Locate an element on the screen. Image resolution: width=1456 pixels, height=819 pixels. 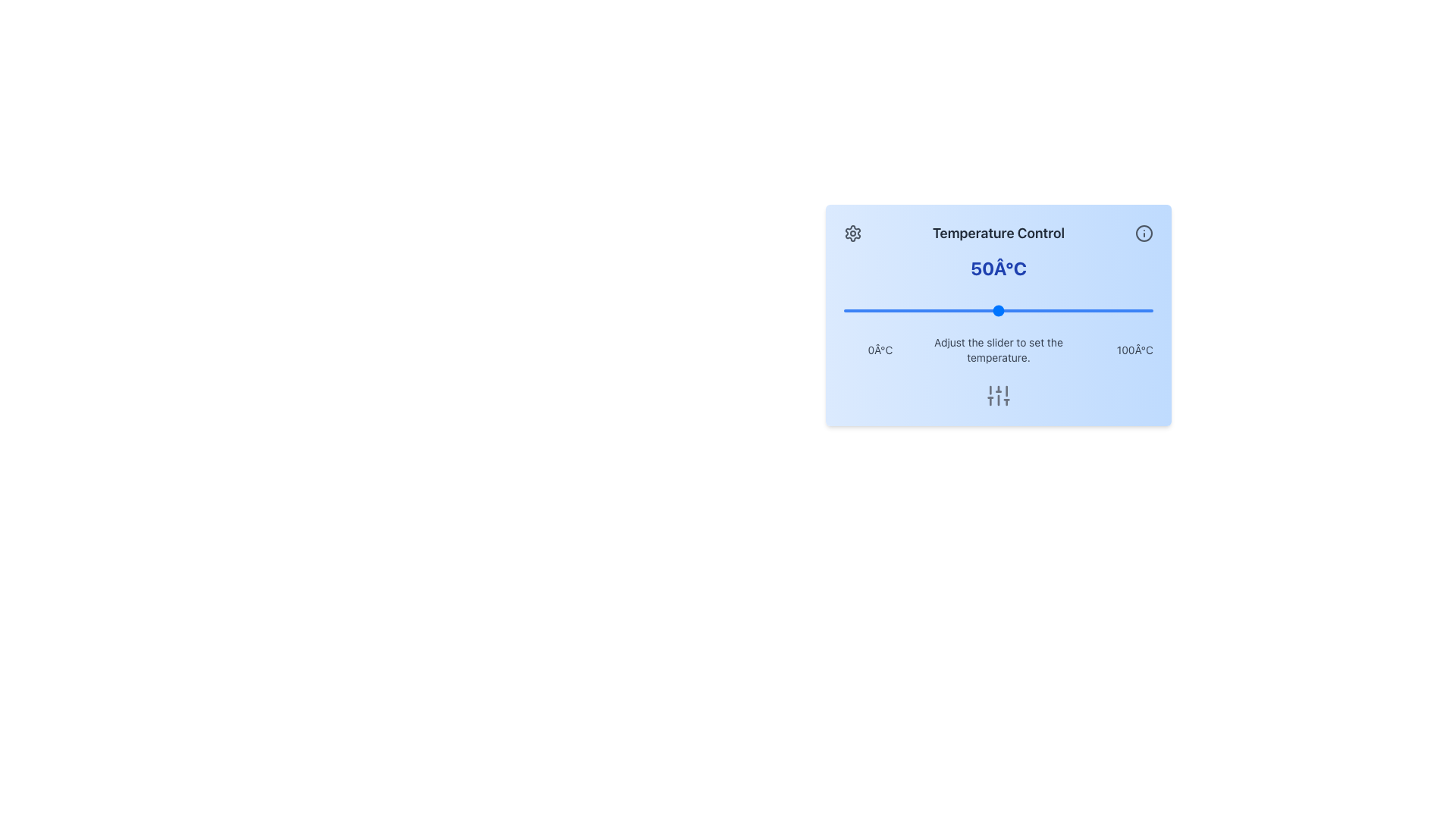
the temperature is located at coordinates (1134, 309).